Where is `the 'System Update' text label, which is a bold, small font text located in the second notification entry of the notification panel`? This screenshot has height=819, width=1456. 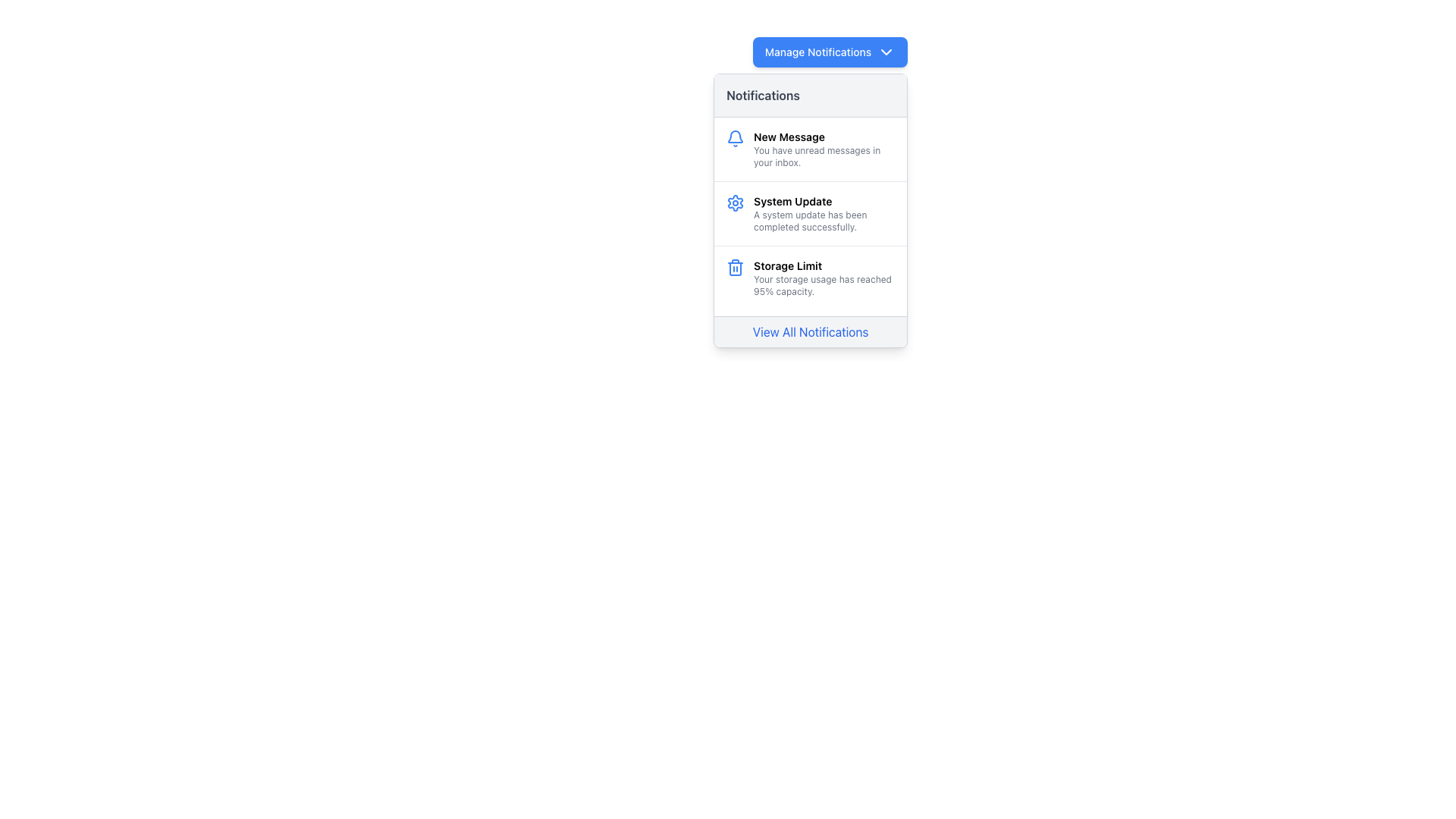
the 'System Update' text label, which is a bold, small font text located in the second notification entry of the notification panel is located at coordinates (824, 201).